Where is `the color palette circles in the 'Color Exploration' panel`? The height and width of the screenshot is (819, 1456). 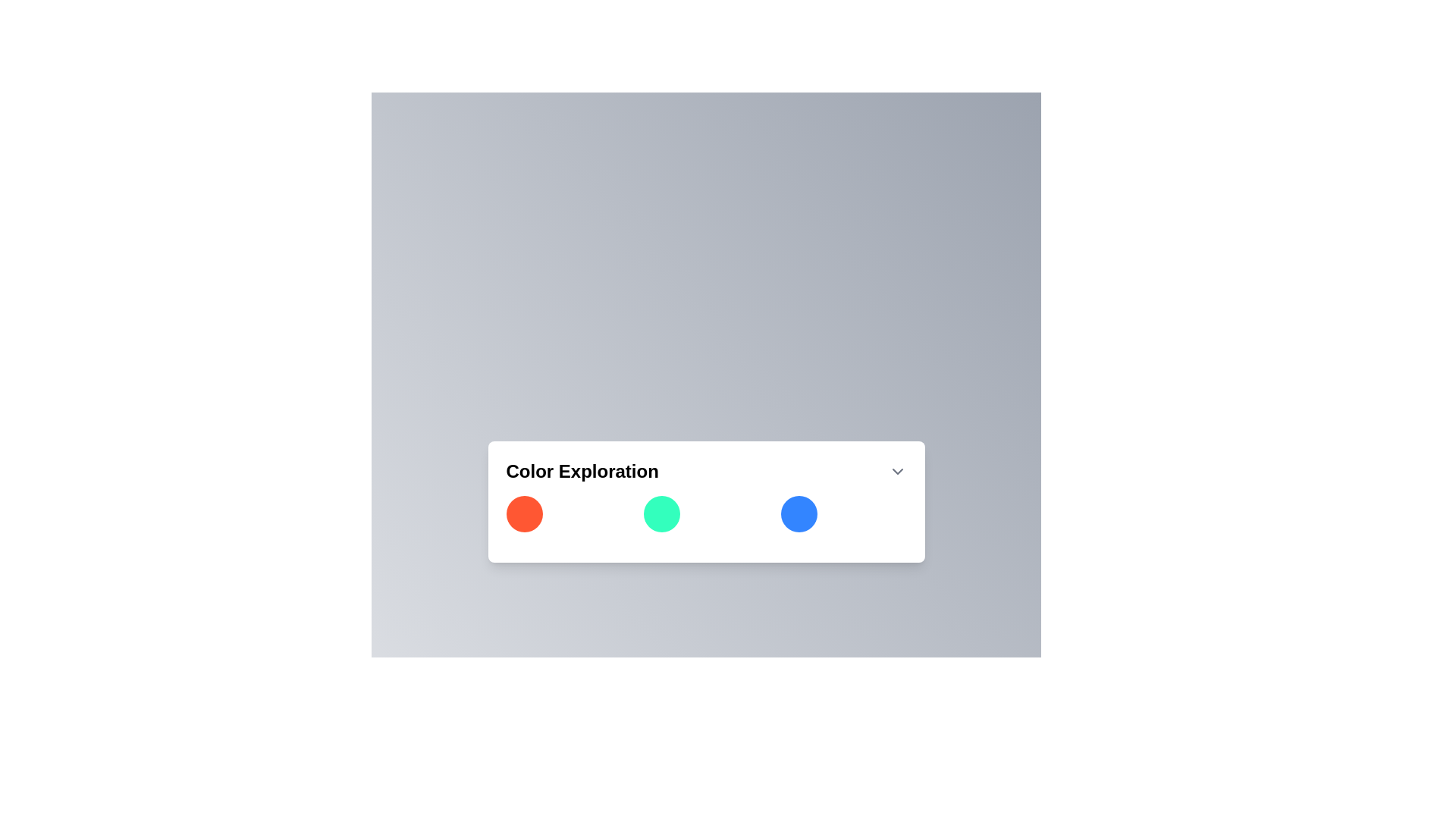
the color palette circles in the 'Color Exploration' panel is located at coordinates (705, 513).